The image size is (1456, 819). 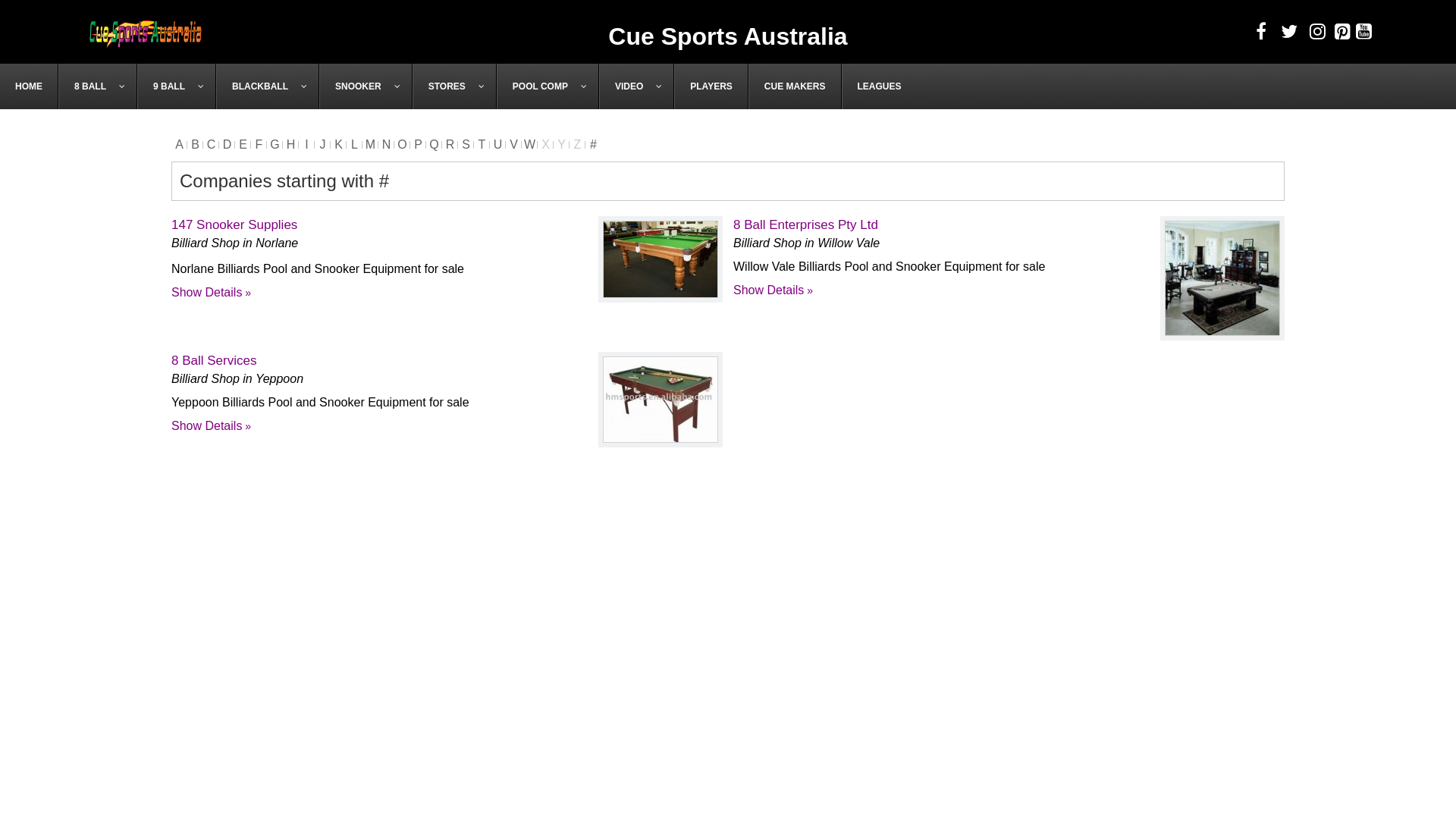 I want to click on 'T', so click(x=472, y=144).